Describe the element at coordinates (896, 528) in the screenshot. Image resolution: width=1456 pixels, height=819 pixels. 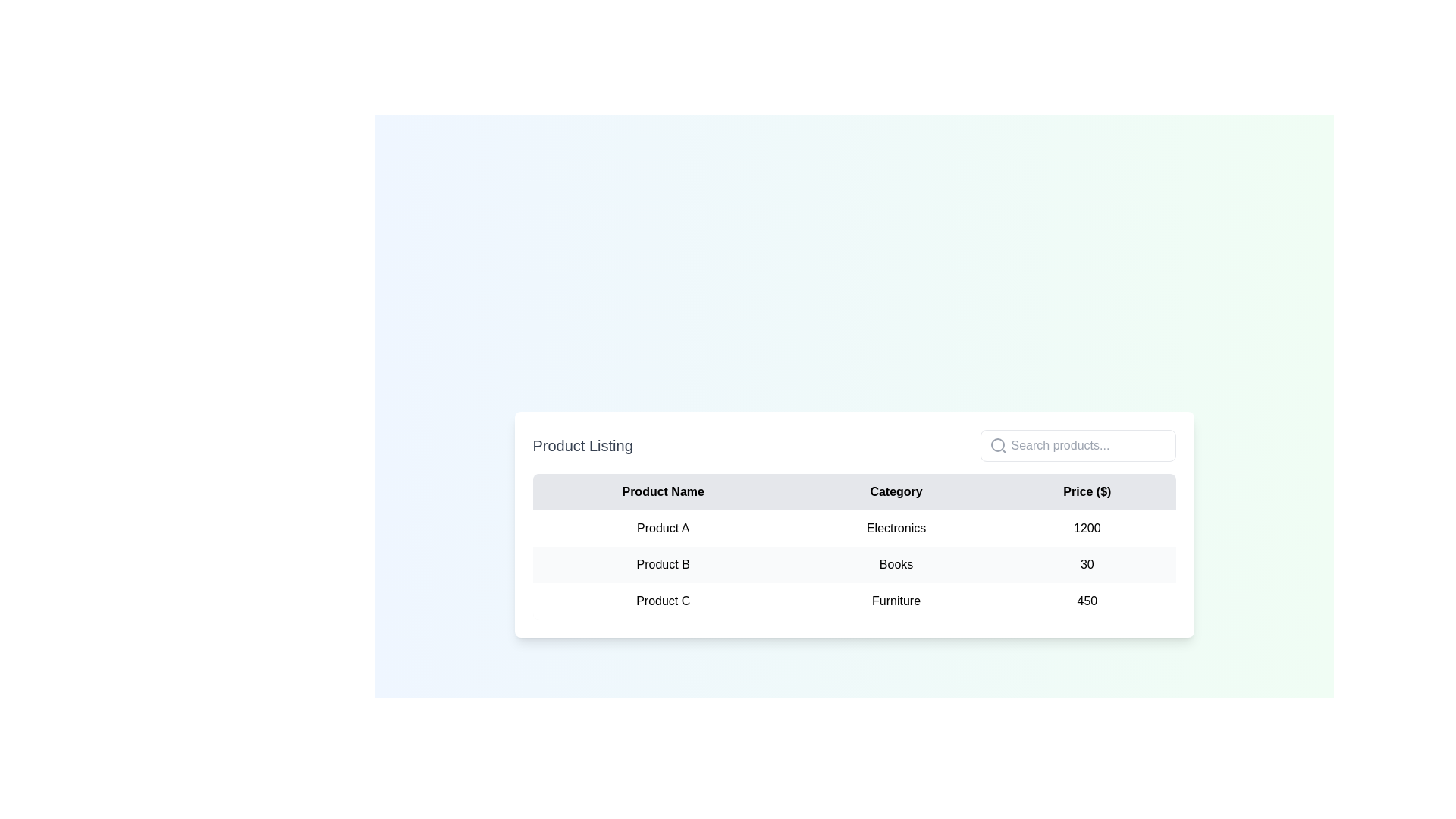
I see `the 'Electronics' text label located in the second row, middle column of the table under the 'Category' header` at that location.